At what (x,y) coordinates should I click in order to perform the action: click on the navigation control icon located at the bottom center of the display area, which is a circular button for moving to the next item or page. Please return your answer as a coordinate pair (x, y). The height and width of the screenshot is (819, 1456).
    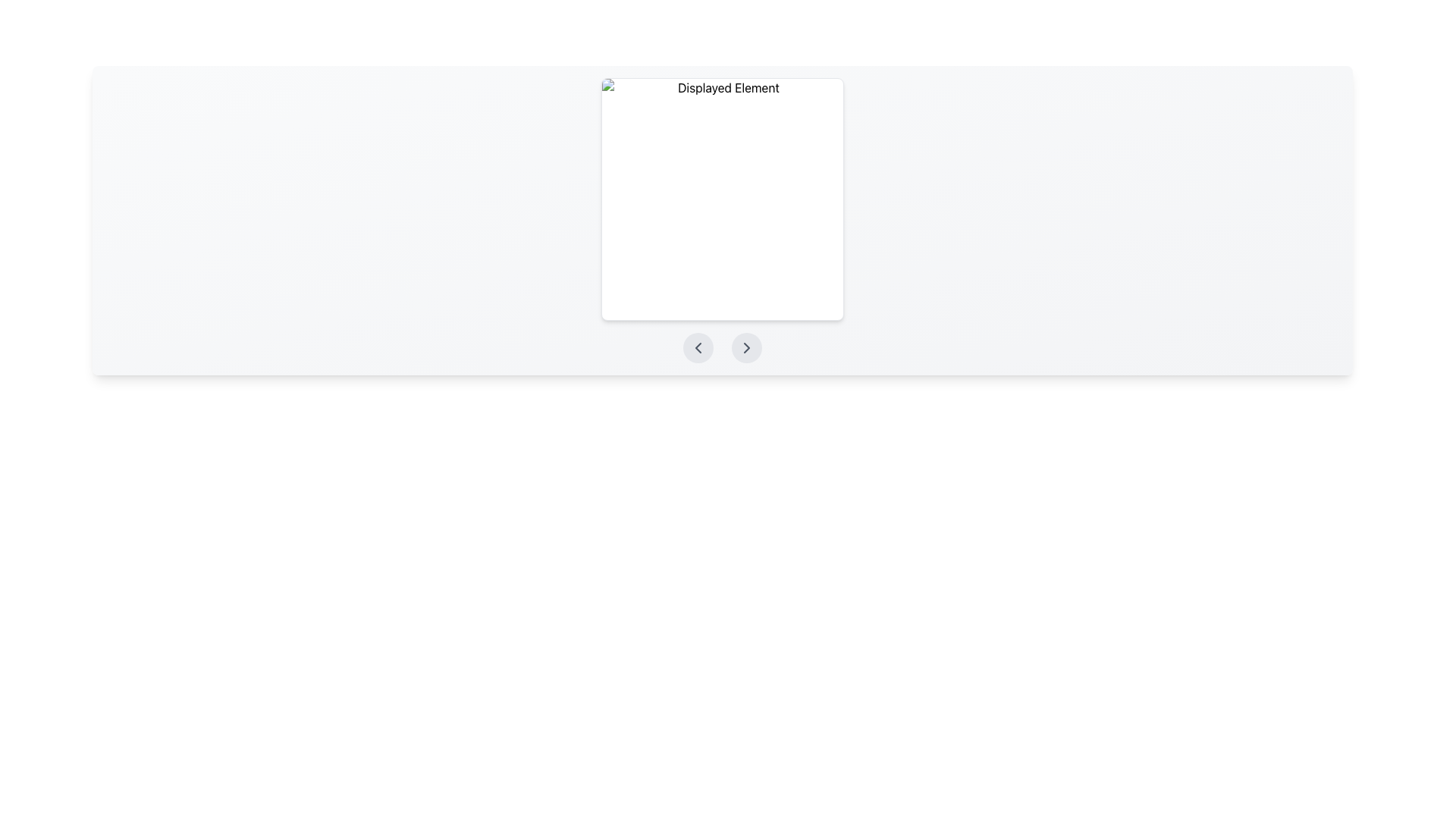
    Looking at the image, I should click on (746, 348).